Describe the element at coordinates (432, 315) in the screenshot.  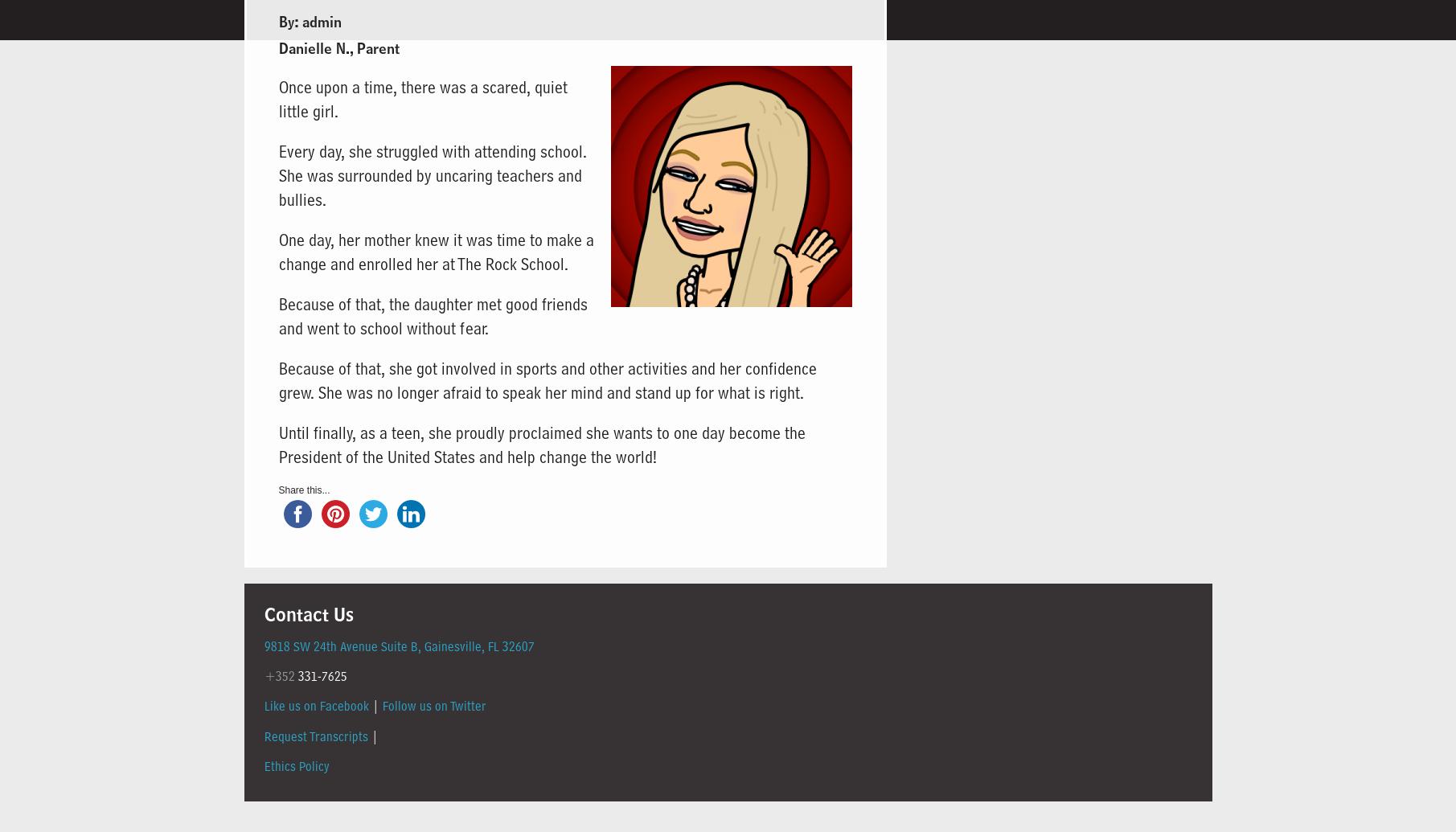
I see `'Because of that, the daughter met good friends and went to school without fear.'` at that location.